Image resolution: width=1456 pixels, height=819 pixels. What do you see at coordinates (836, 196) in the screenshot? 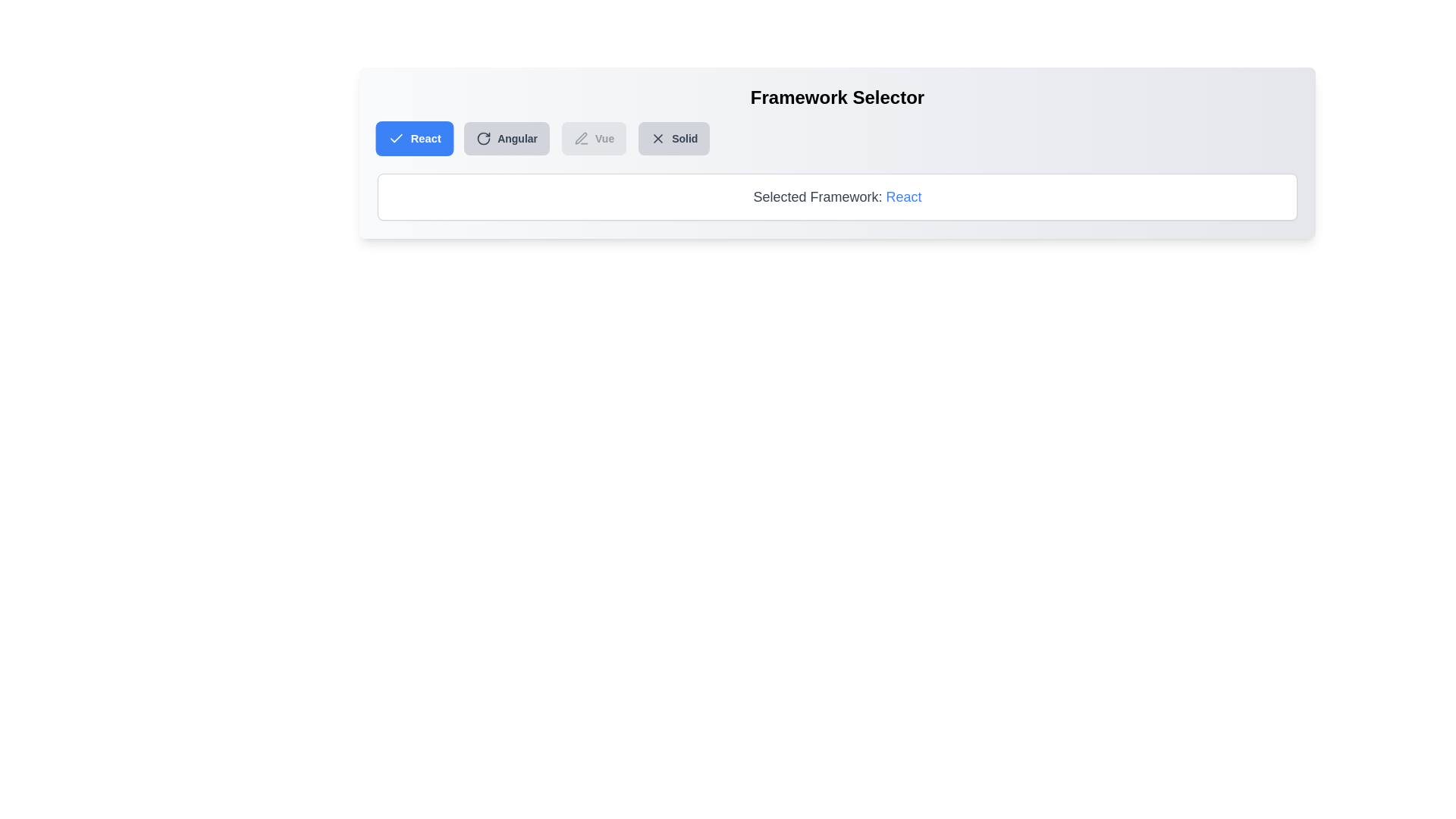
I see `the text label displaying 'Selected Framework: React', which is styled with a bold font and features blue-colored text for 'React'` at bounding box center [836, 196].